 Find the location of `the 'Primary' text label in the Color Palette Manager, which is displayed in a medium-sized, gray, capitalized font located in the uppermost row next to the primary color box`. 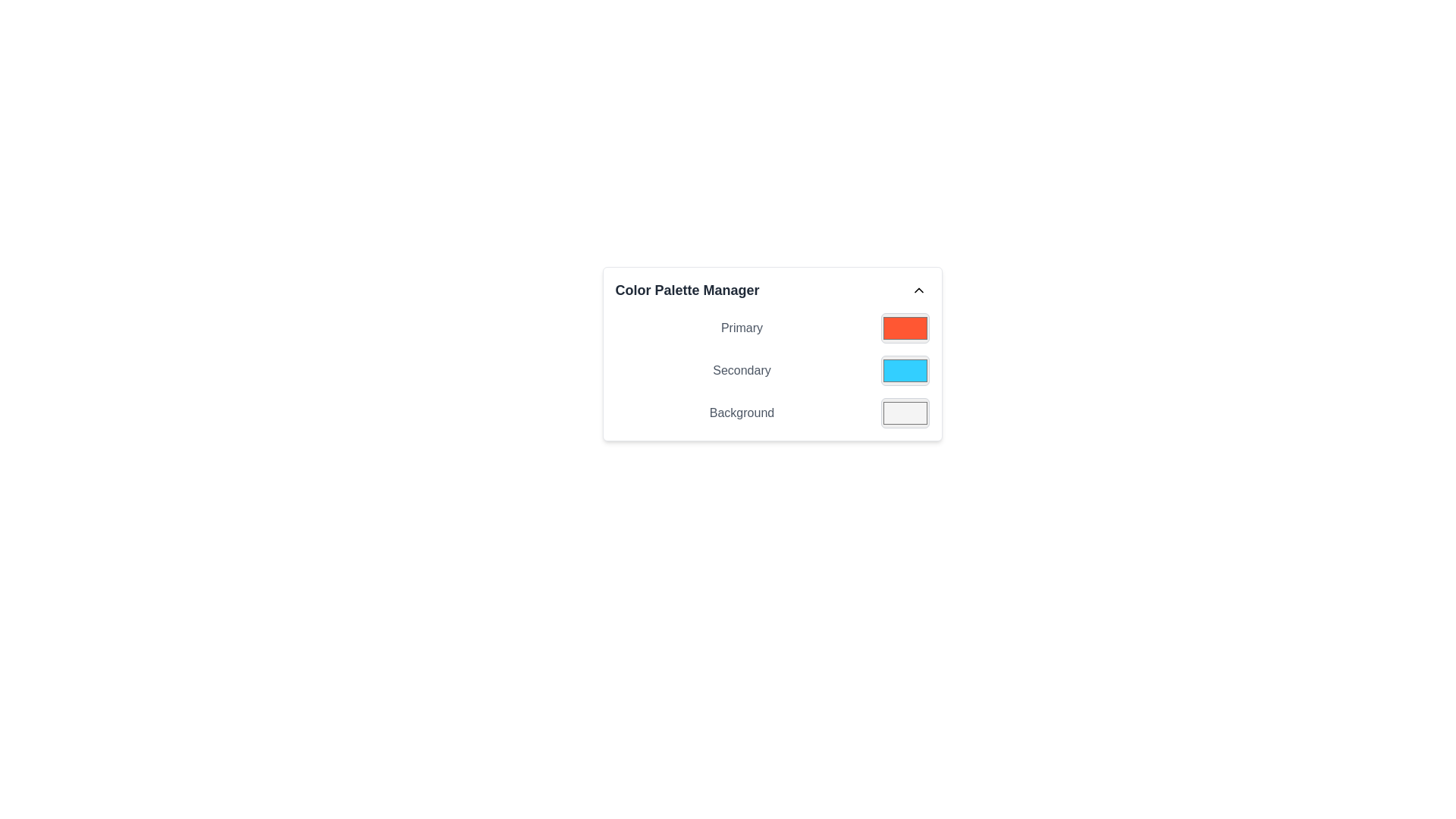

the 'Primary' text label in the Color Palette Manager, which is displayed in a medium-sized, gray, capitalized font located in the uppermost row next to the primary color box is located at coordinates (742, 327).